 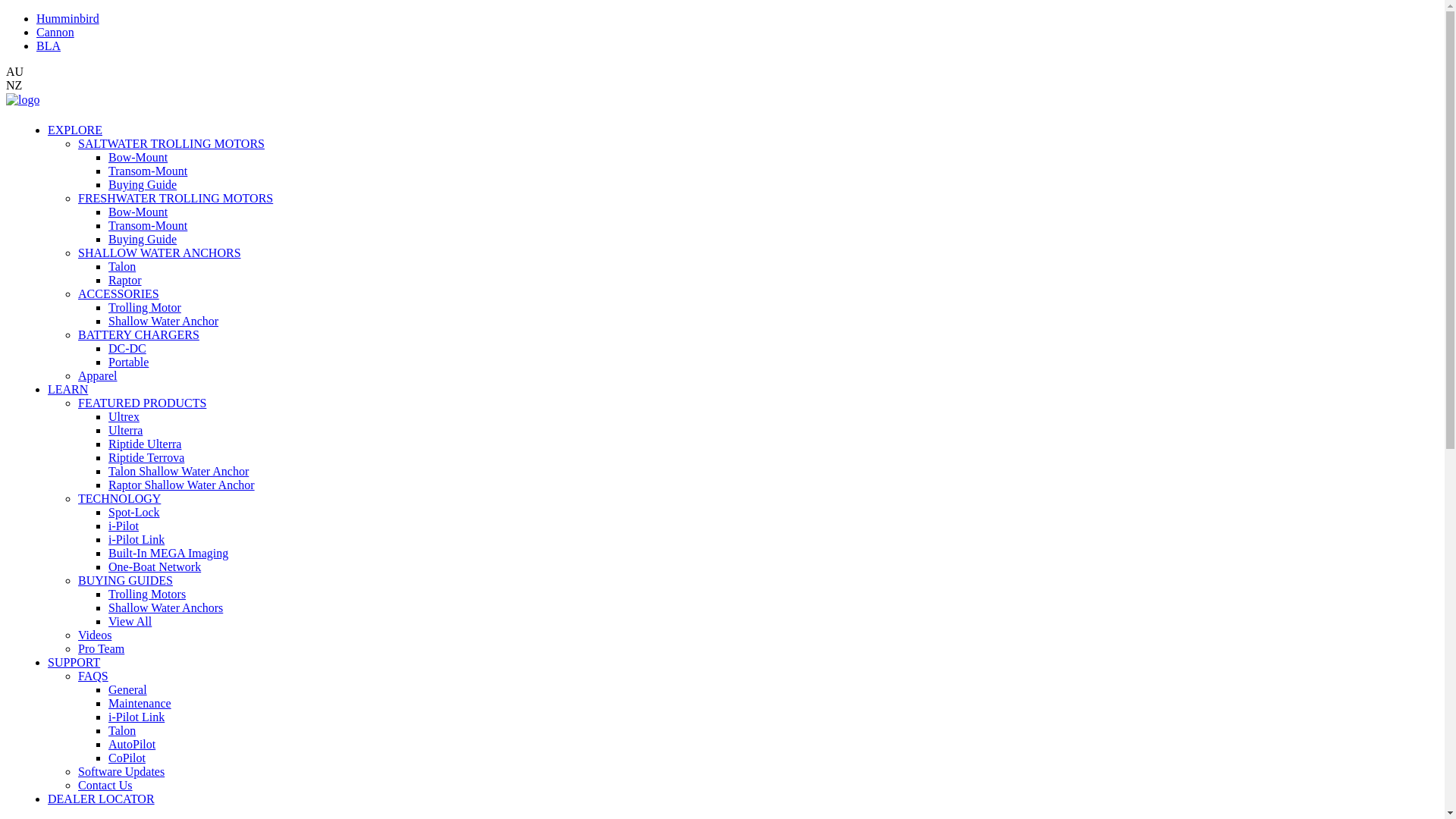 I want to click on 'SHALLOW WATER ANCHORS', so click(x=159, y=252).